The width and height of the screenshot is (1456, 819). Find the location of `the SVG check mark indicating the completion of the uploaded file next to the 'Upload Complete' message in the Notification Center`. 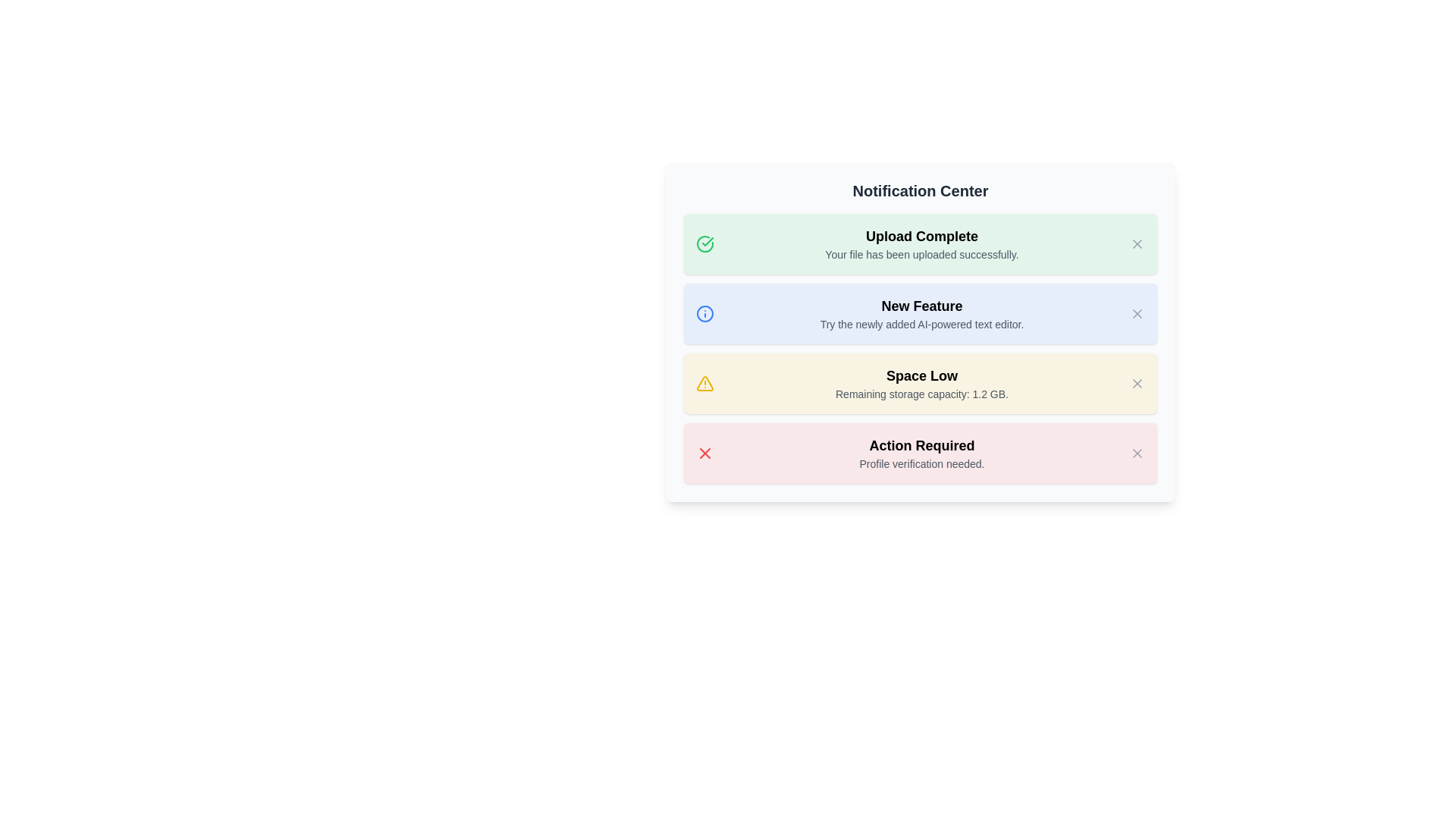

the SVG check mark indicating the completion of the uploaded file next to the 'Upload Complete' message in the Notification Center is located at coordinates (707, 241).